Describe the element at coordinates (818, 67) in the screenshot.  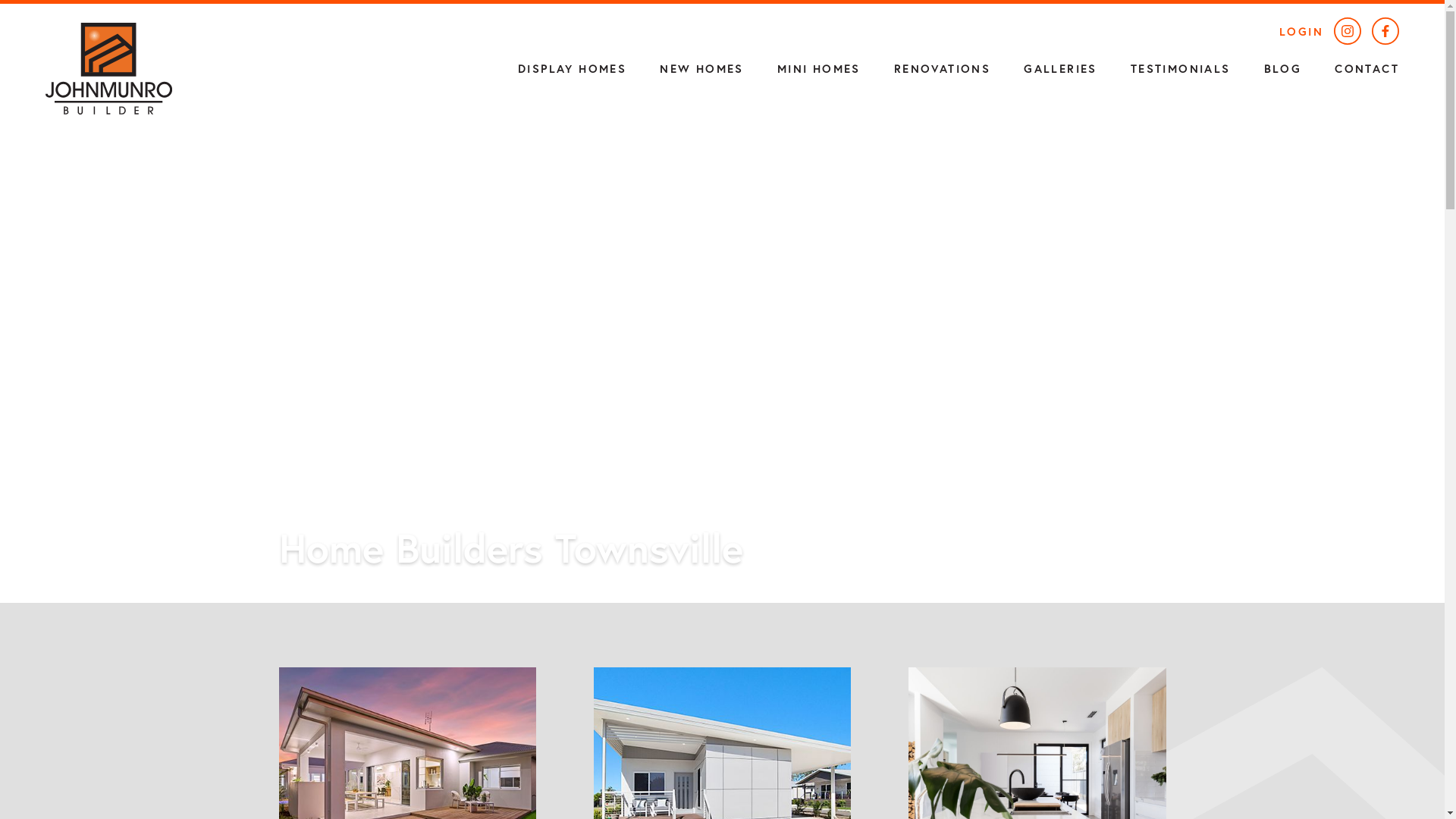
I see `'MINI HOMES'` at that location.